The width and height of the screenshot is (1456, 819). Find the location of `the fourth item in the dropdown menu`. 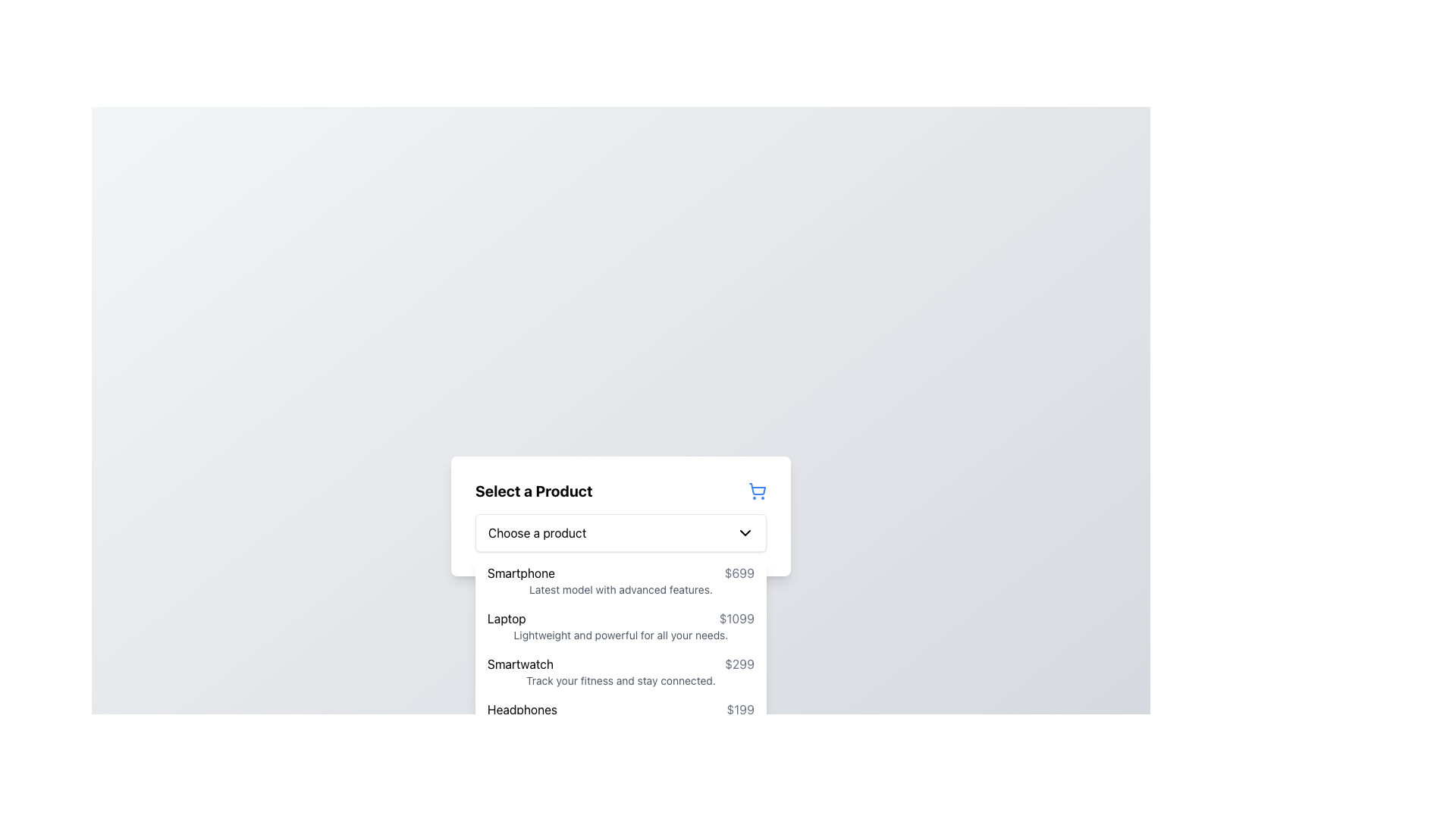

the fourth item in the dropdown menu is located at coordinates (621, 717).